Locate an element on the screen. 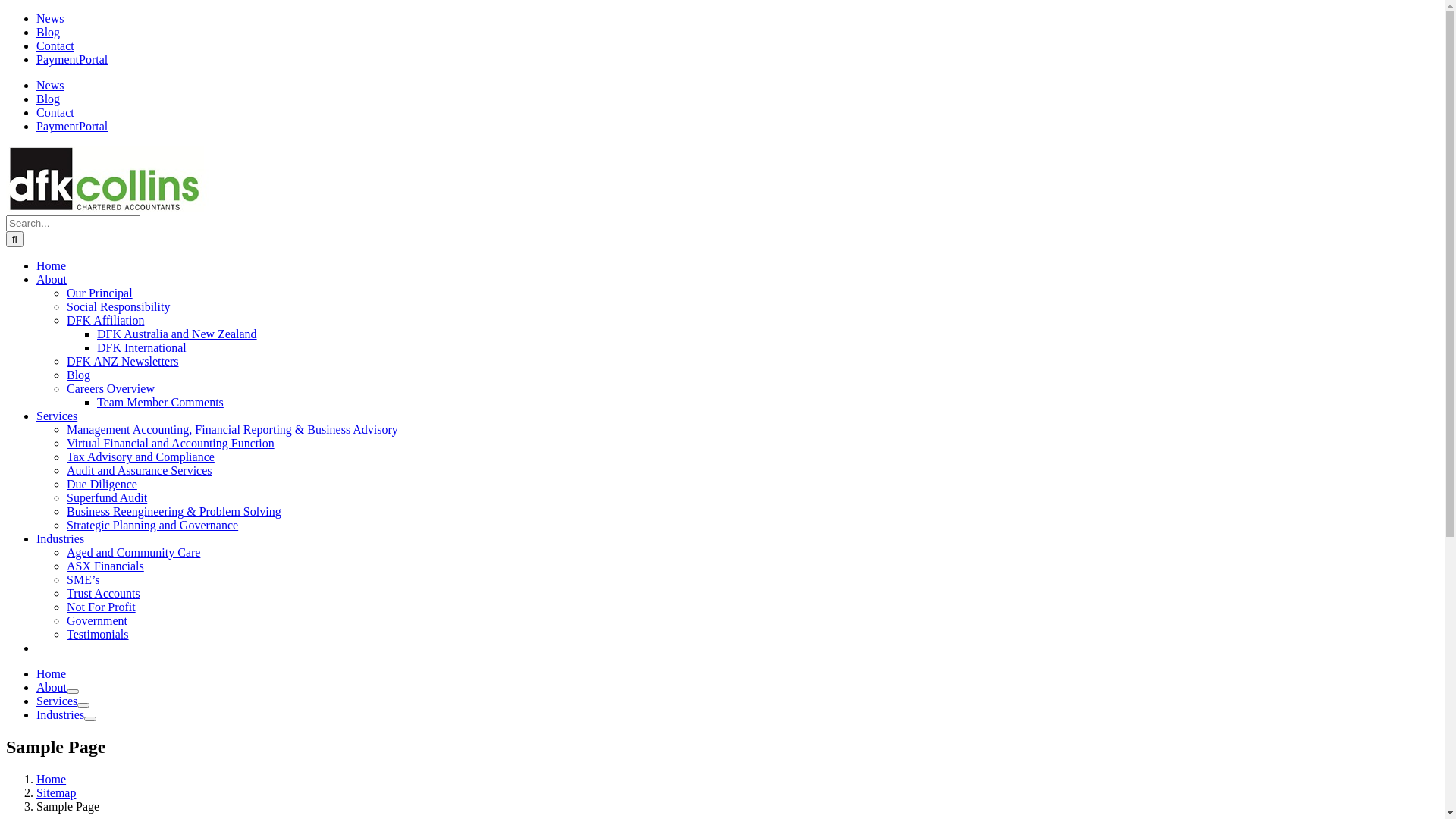 This screenshot has width=1456, height=819. 'Superfund Audit' is located at coordinates (105, 497).